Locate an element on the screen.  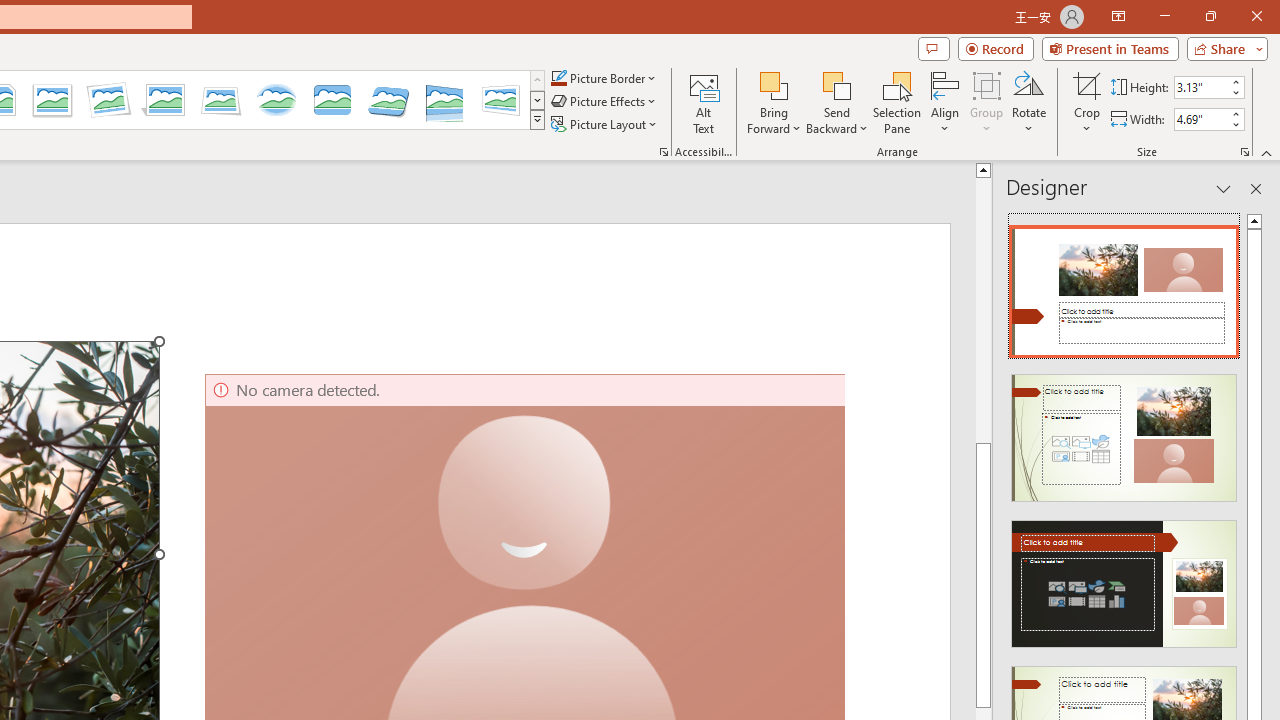
'Send Backward' is located at coordinates (837, 84).